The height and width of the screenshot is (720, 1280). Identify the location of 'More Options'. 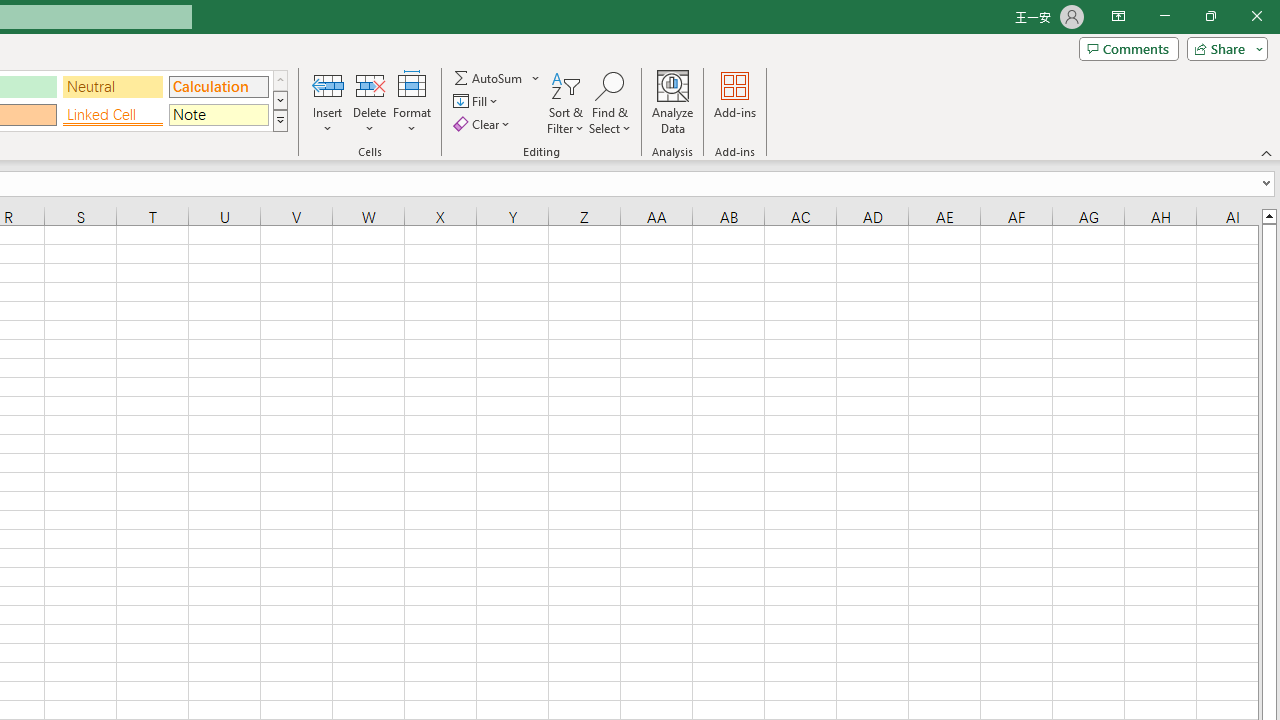
(536, 77).